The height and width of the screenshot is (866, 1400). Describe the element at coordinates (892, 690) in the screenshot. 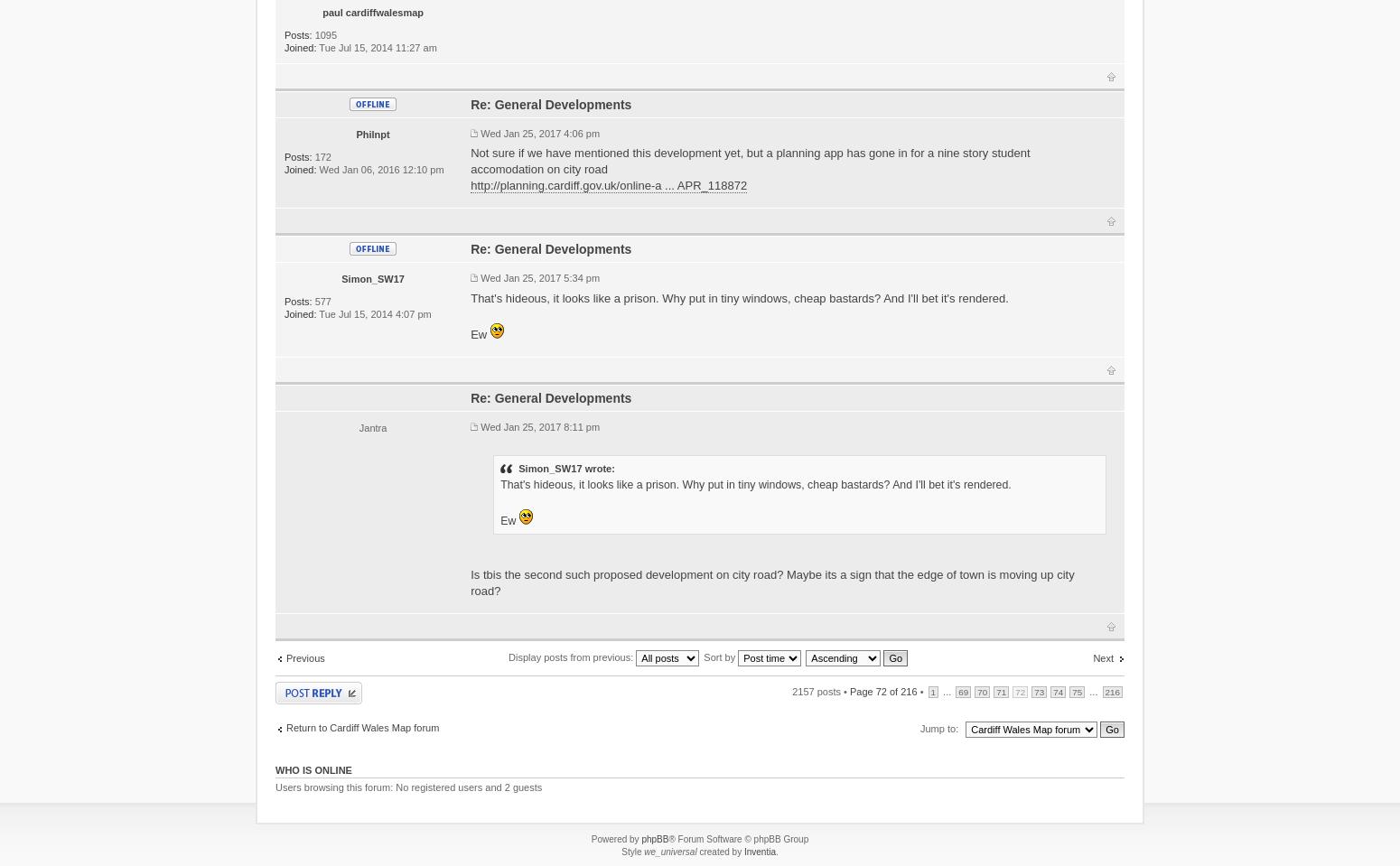

I see `'of'` at that location.